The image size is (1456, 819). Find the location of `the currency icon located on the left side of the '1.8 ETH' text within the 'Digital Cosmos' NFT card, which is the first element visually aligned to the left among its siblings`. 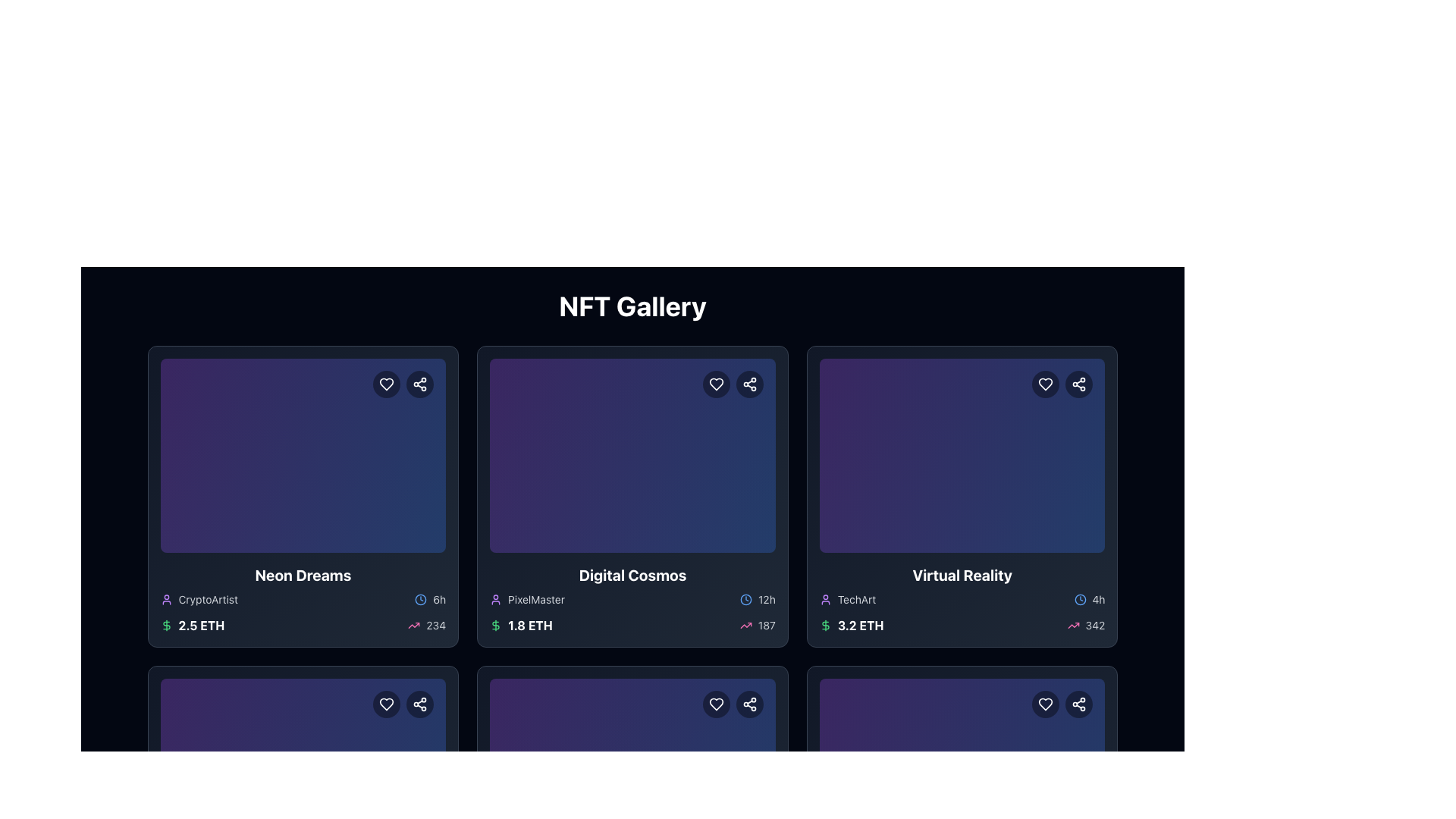

the currency icon located on the left side of the '1.8 ETH' text within the 'Digital Cosmos' NFT card, which is the first element visually aligned to the left among its siblings is located at coordinates (496, 626).